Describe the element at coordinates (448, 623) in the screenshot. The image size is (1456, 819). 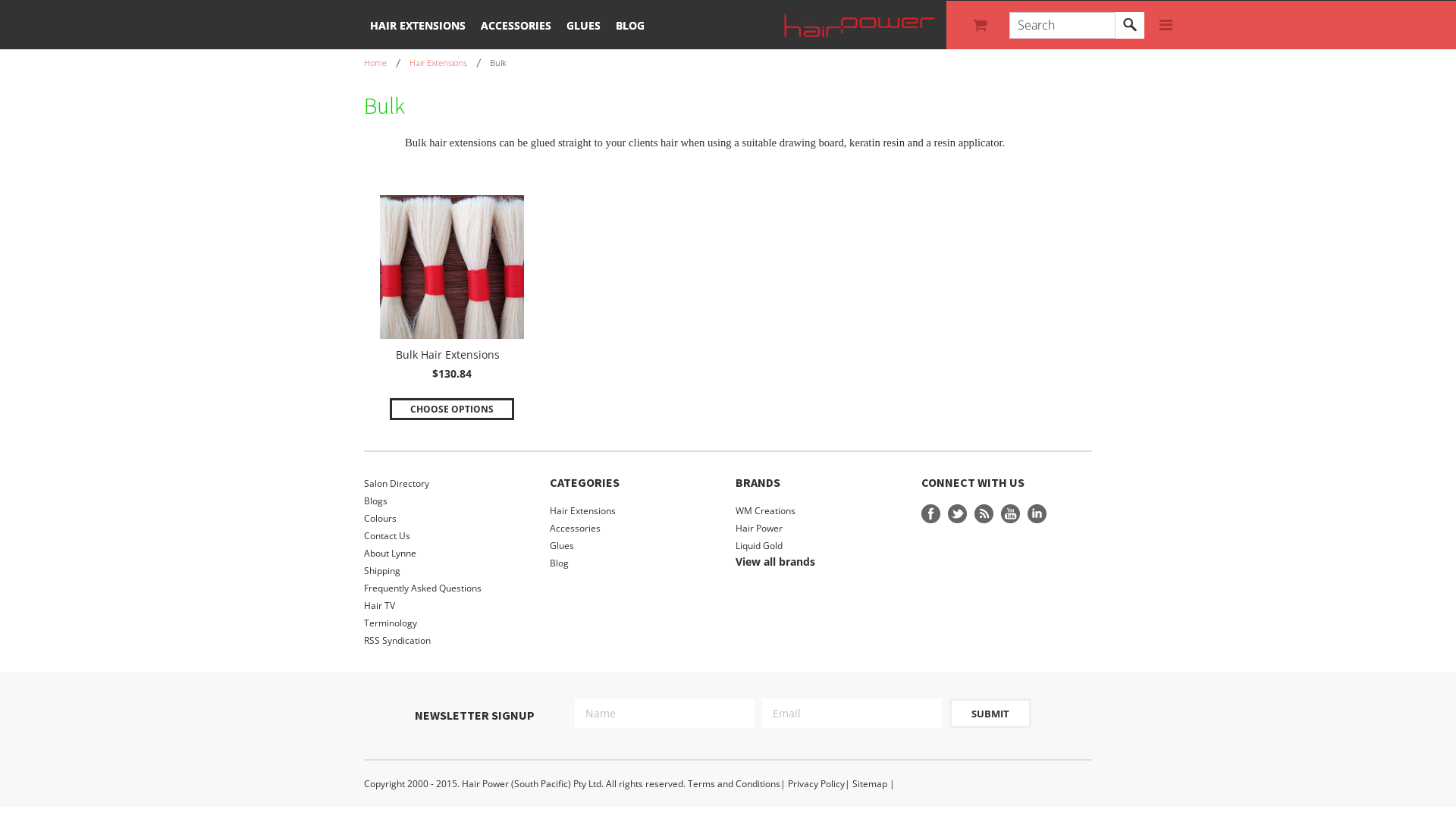
I see `'Terminology'` at that location.